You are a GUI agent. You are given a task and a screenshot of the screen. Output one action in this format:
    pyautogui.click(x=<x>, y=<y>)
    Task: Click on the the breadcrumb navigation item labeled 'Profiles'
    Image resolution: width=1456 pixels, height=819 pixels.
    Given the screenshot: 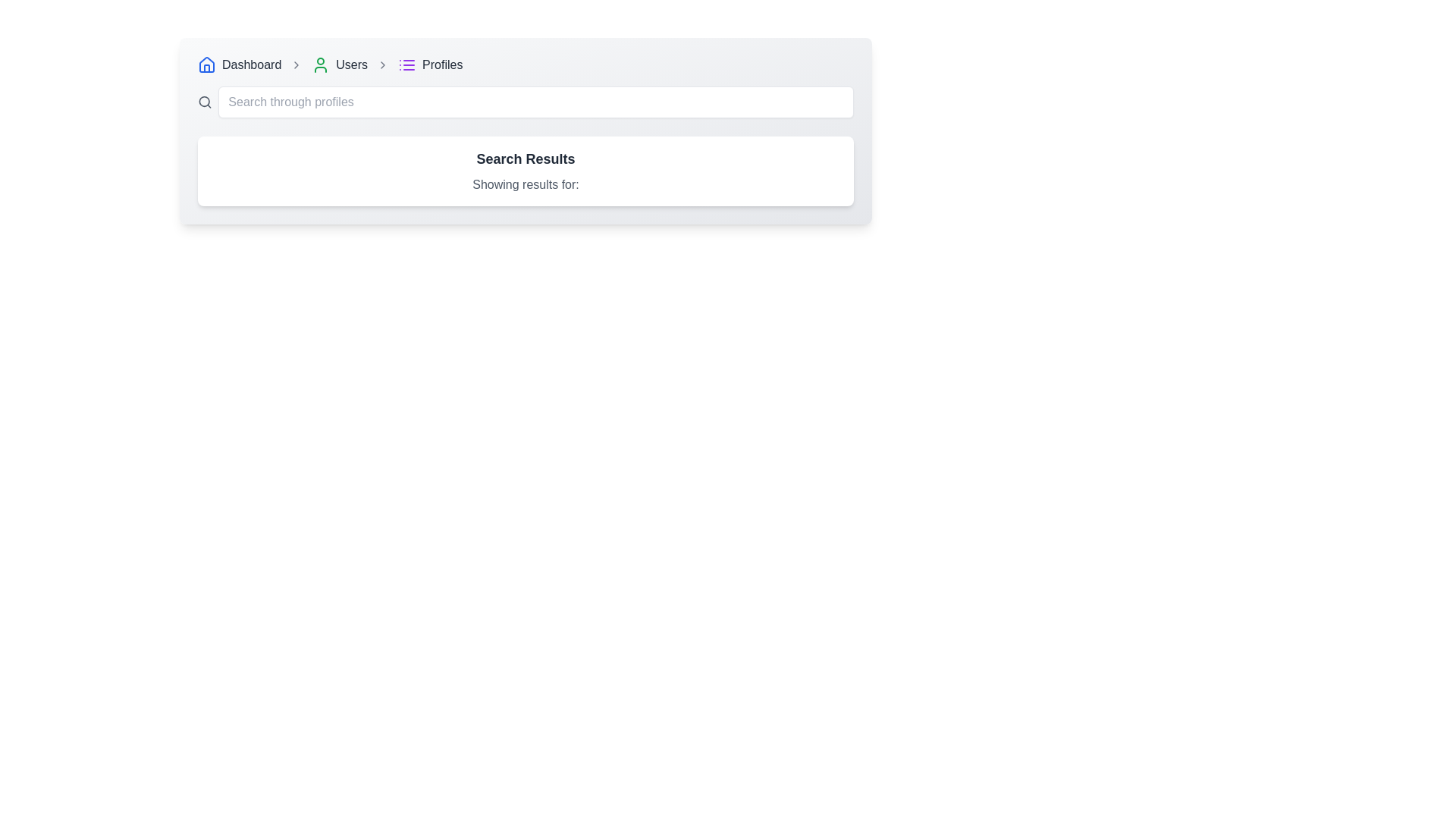 What is the action you would take?
    pyautogui.click(x=441, y=64)
    